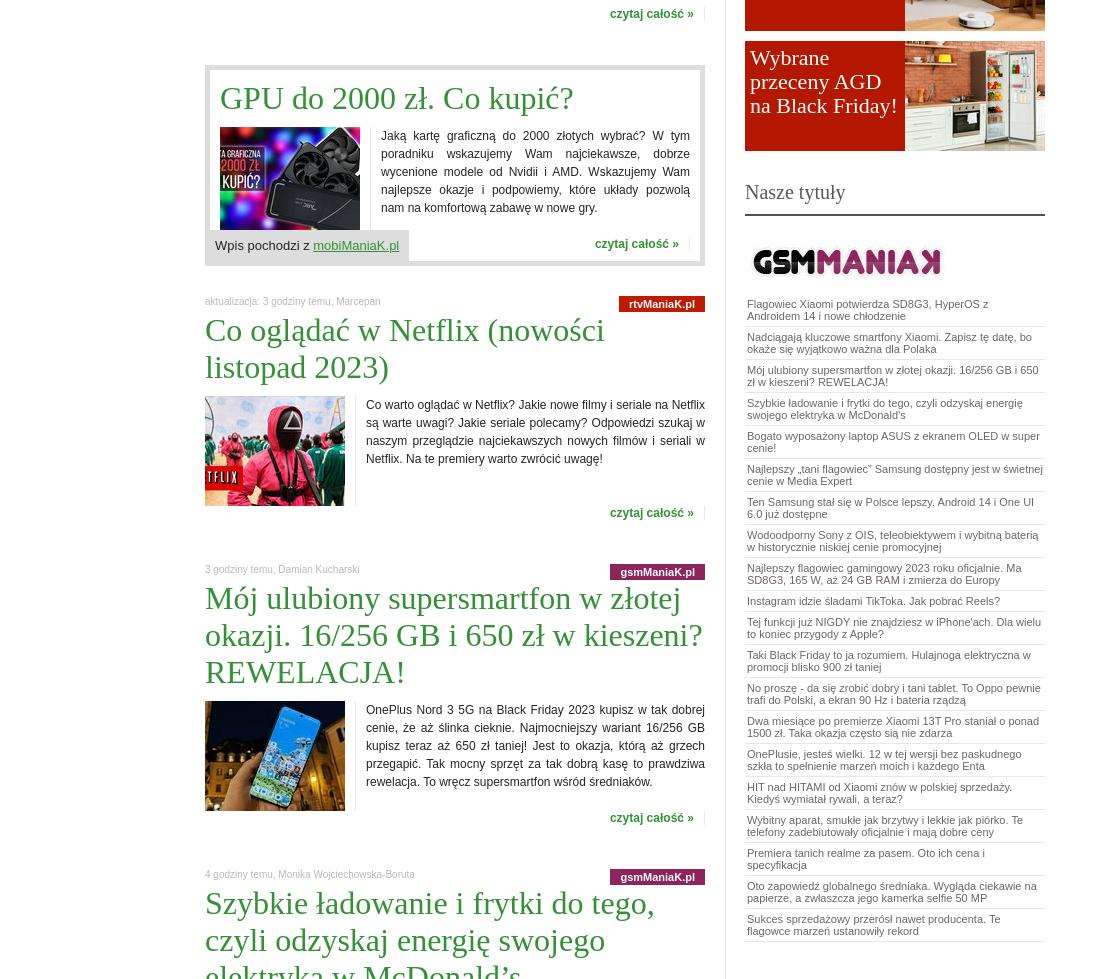 Image resolution: width=1100 pixels, height=979 pixels. I want to click on 'Najlepszy flagowiec gamingowy 2023 roku oficjalnie. Ma SD8G3, 165 W, aż 24 GB RAM i zmierza do Europy', so click(882, 572).